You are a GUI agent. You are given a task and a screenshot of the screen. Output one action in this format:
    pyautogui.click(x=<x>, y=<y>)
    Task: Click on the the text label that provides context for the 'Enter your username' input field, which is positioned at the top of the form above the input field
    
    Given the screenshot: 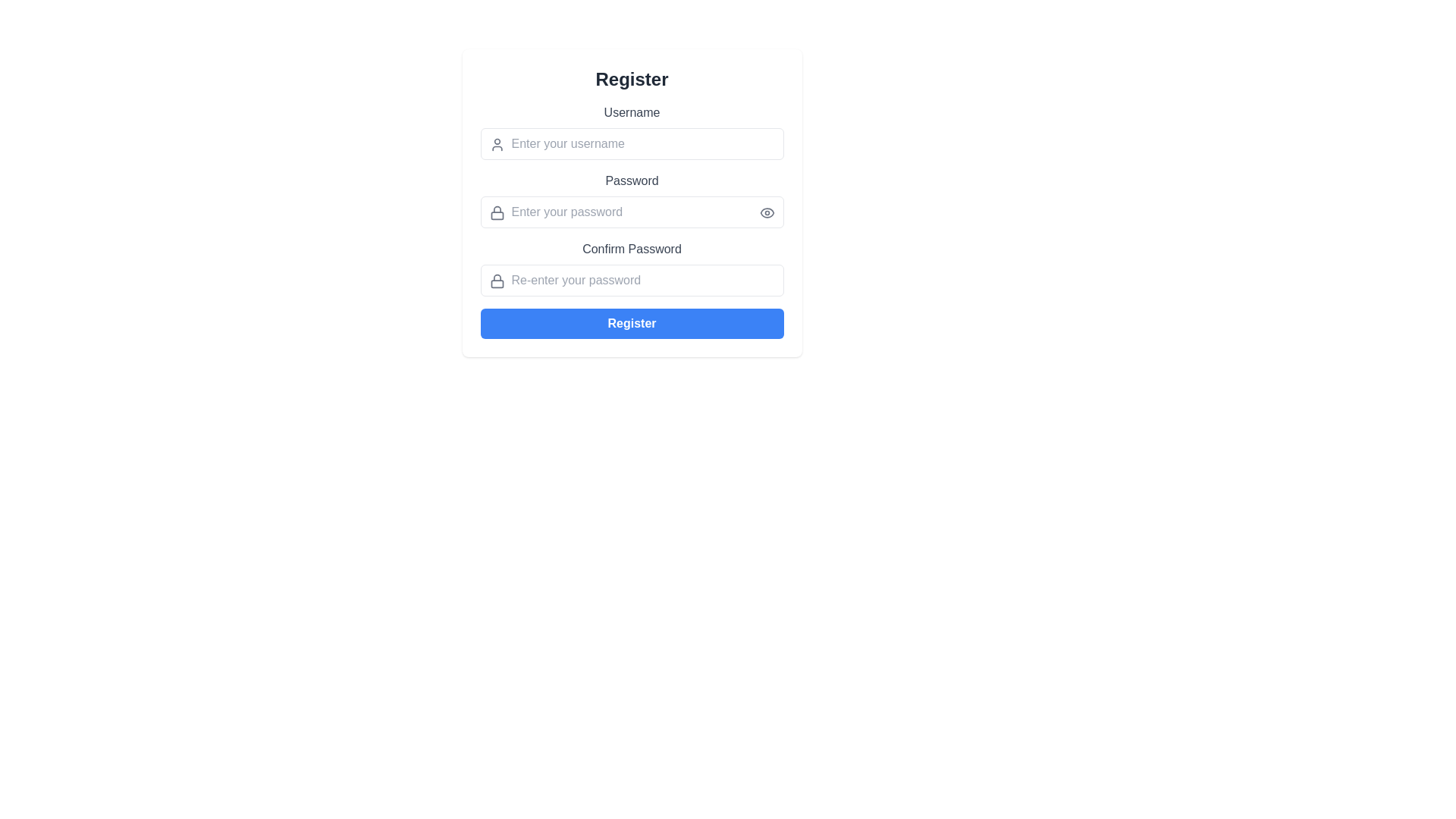 What is the action you would take?
    pyautogui.click(x=632, y=112)
    